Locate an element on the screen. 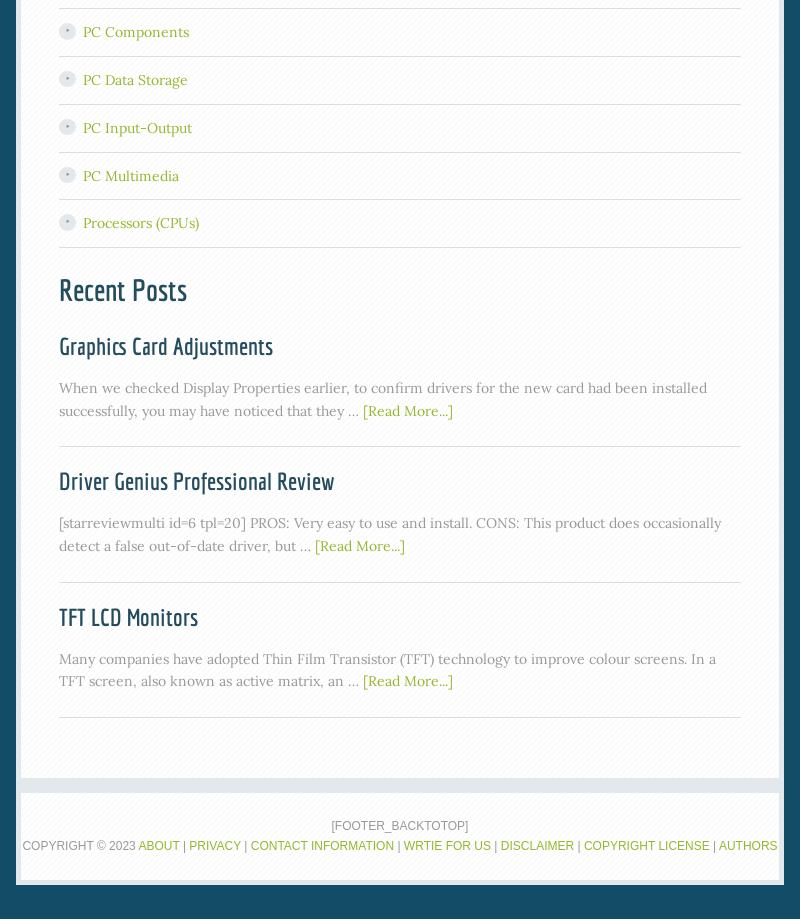  'Contact Information' is located at coordinates (321, 844).